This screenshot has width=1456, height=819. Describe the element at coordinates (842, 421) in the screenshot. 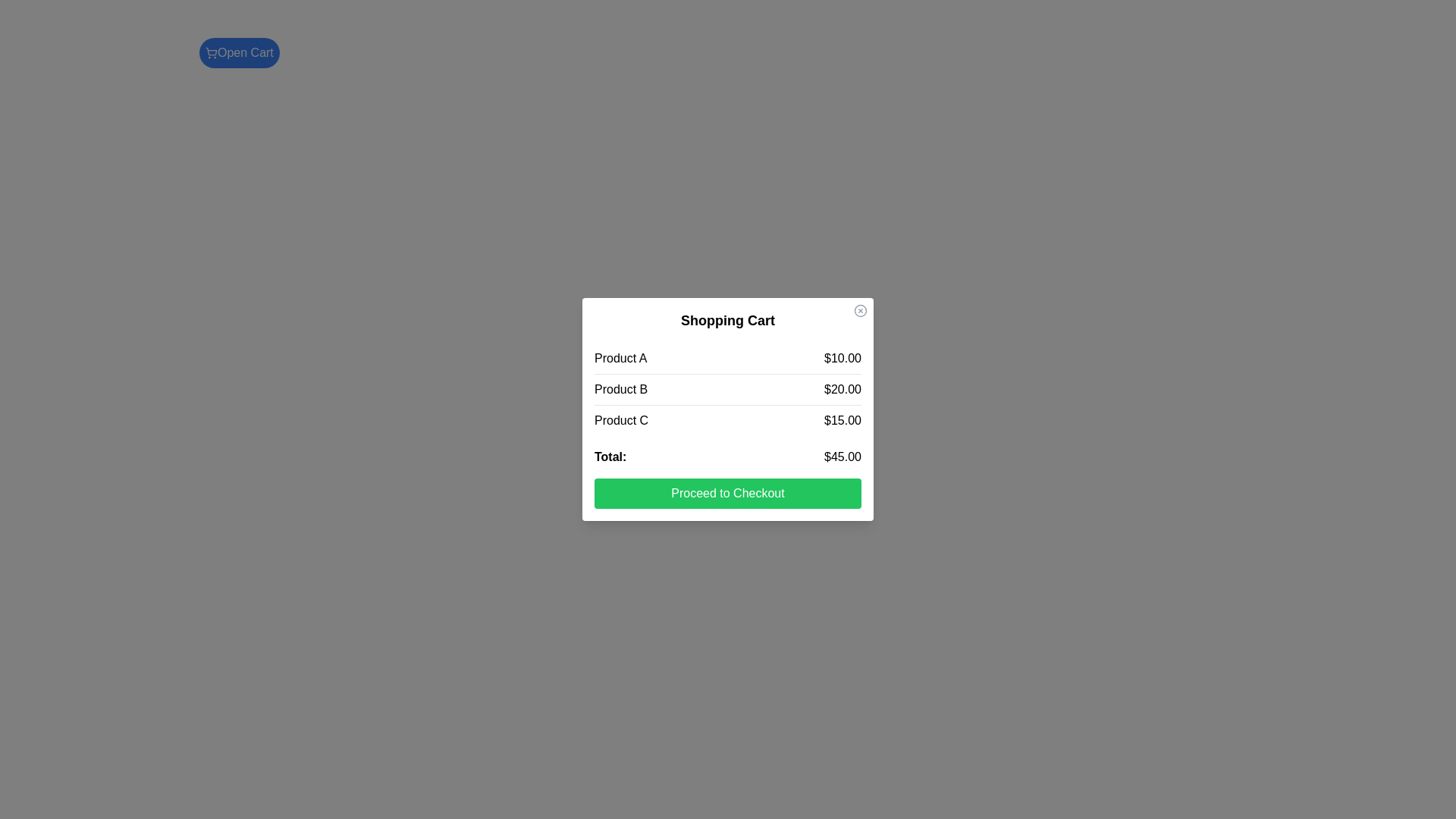

I see `the text label displaying the value '$15.00' in black color, located to the right of 'Product C' in the shopping cart interface` at that location.